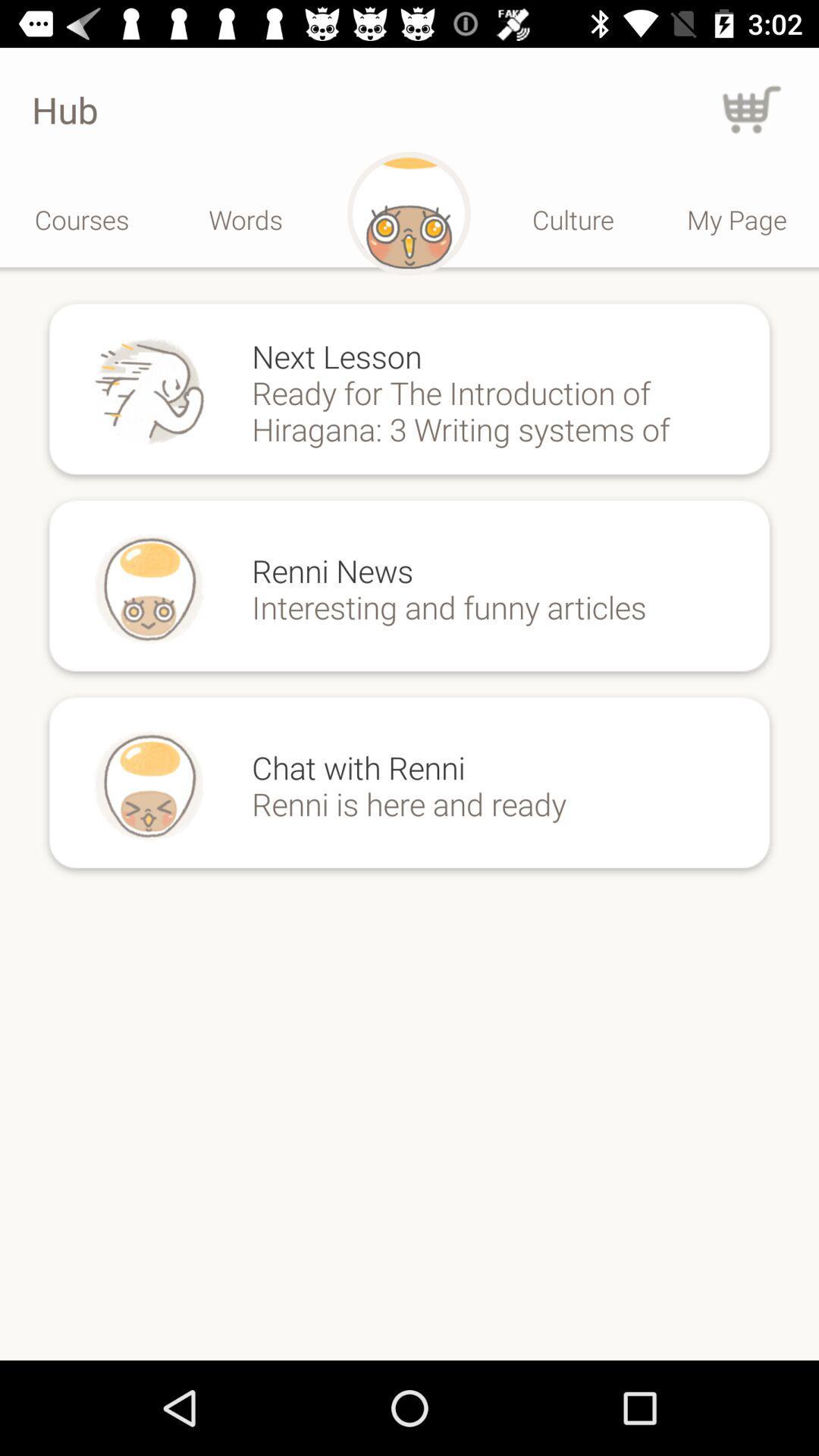 The image size is (819, 1456). Describe the element at coordinates (752, 108) in the screenshot. I see `the cart icon` at that location.